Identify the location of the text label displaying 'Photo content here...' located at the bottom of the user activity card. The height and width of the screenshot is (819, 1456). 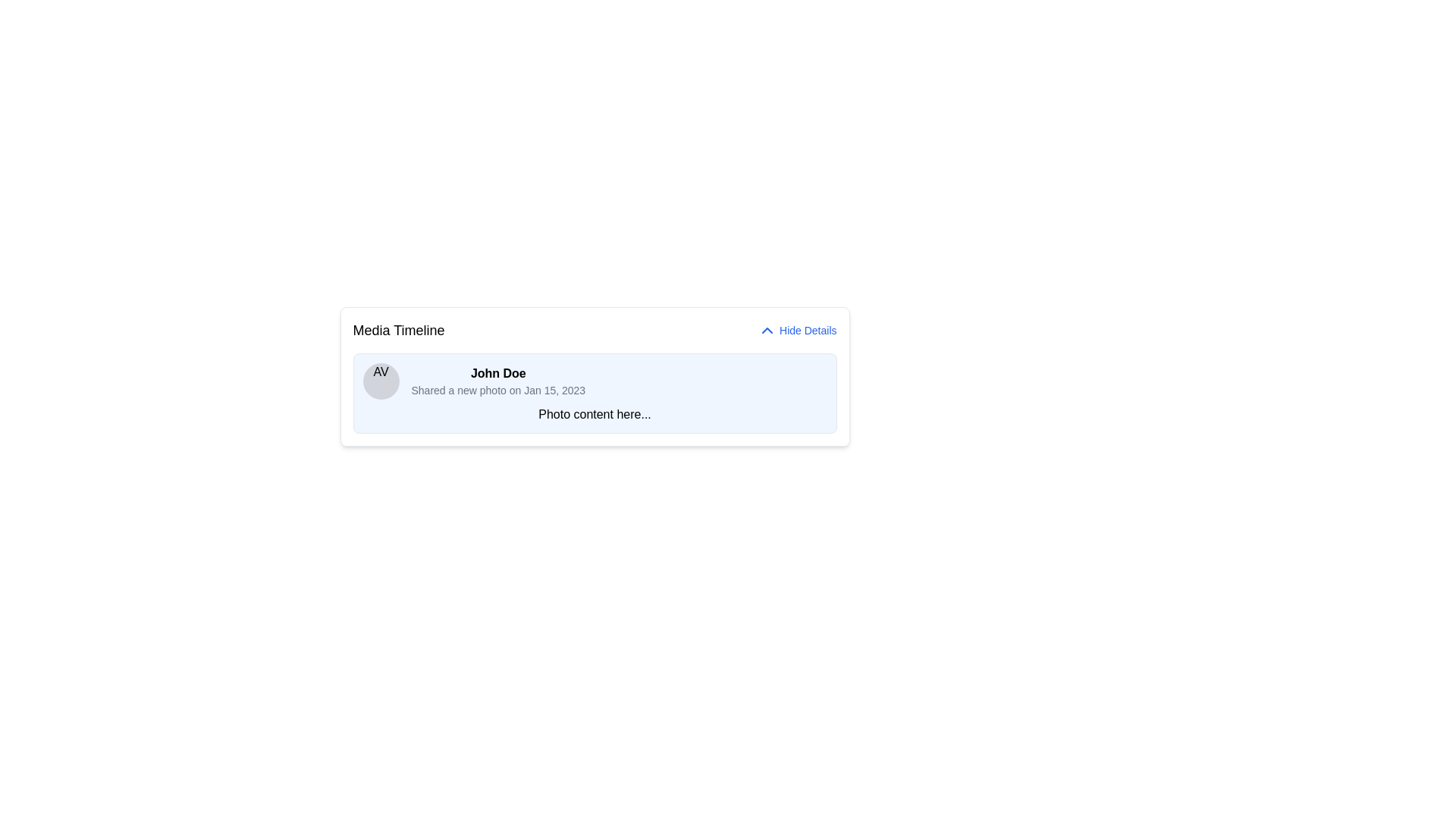
(594, 415).